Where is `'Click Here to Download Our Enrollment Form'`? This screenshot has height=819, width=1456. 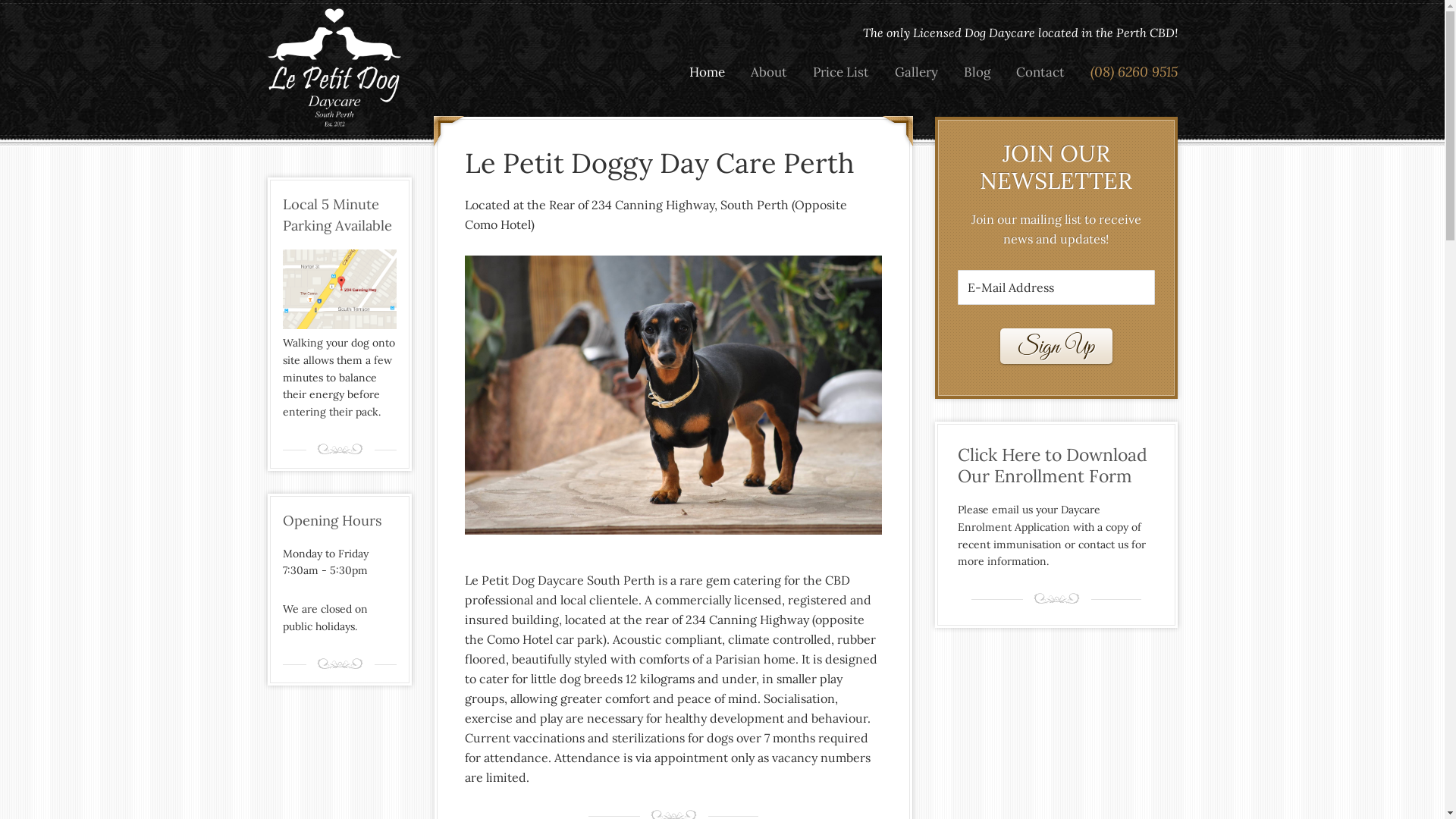
'Click Here to Download Our Enrollment Form' is located at coordinates (1055, 464).